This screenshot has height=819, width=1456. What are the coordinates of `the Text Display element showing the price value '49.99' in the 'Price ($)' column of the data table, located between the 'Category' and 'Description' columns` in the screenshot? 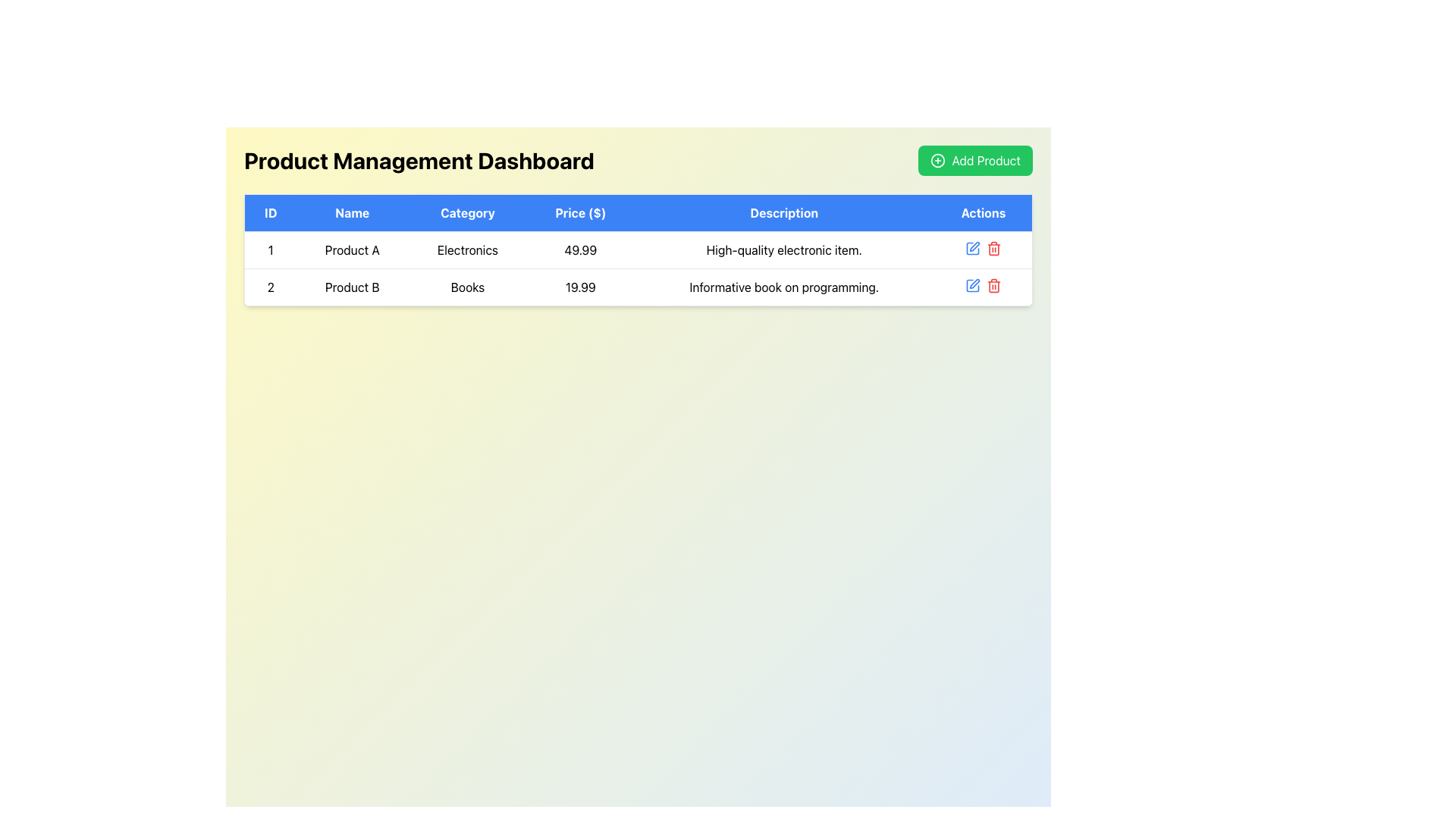 It's located at (579, 249).